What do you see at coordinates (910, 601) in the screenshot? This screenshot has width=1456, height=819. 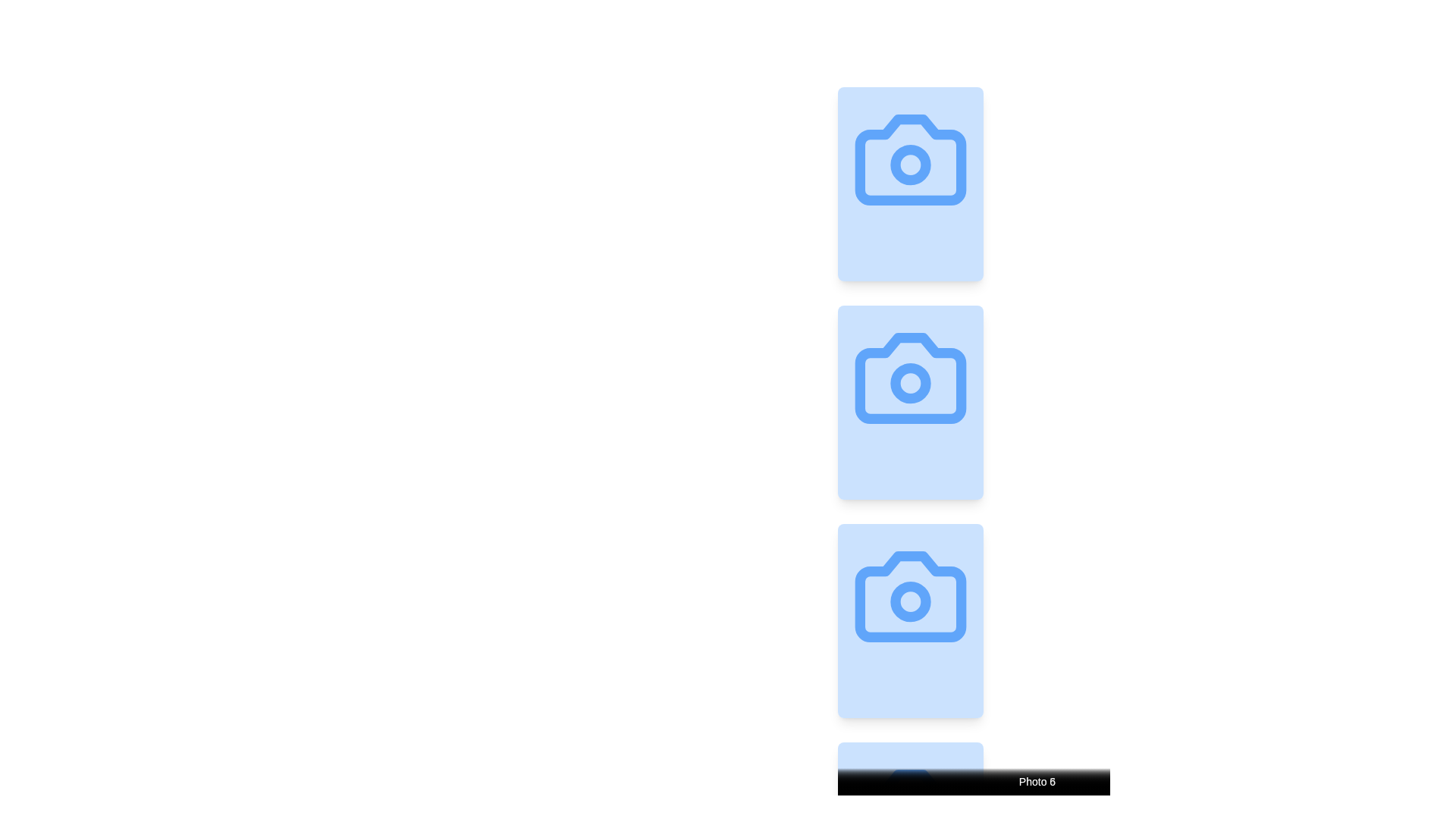 I see `the SVG circle element that visually represents the lens of a camera icon, which is the third in a vertical sequence of camera icons` at bounding box center [910, 601].